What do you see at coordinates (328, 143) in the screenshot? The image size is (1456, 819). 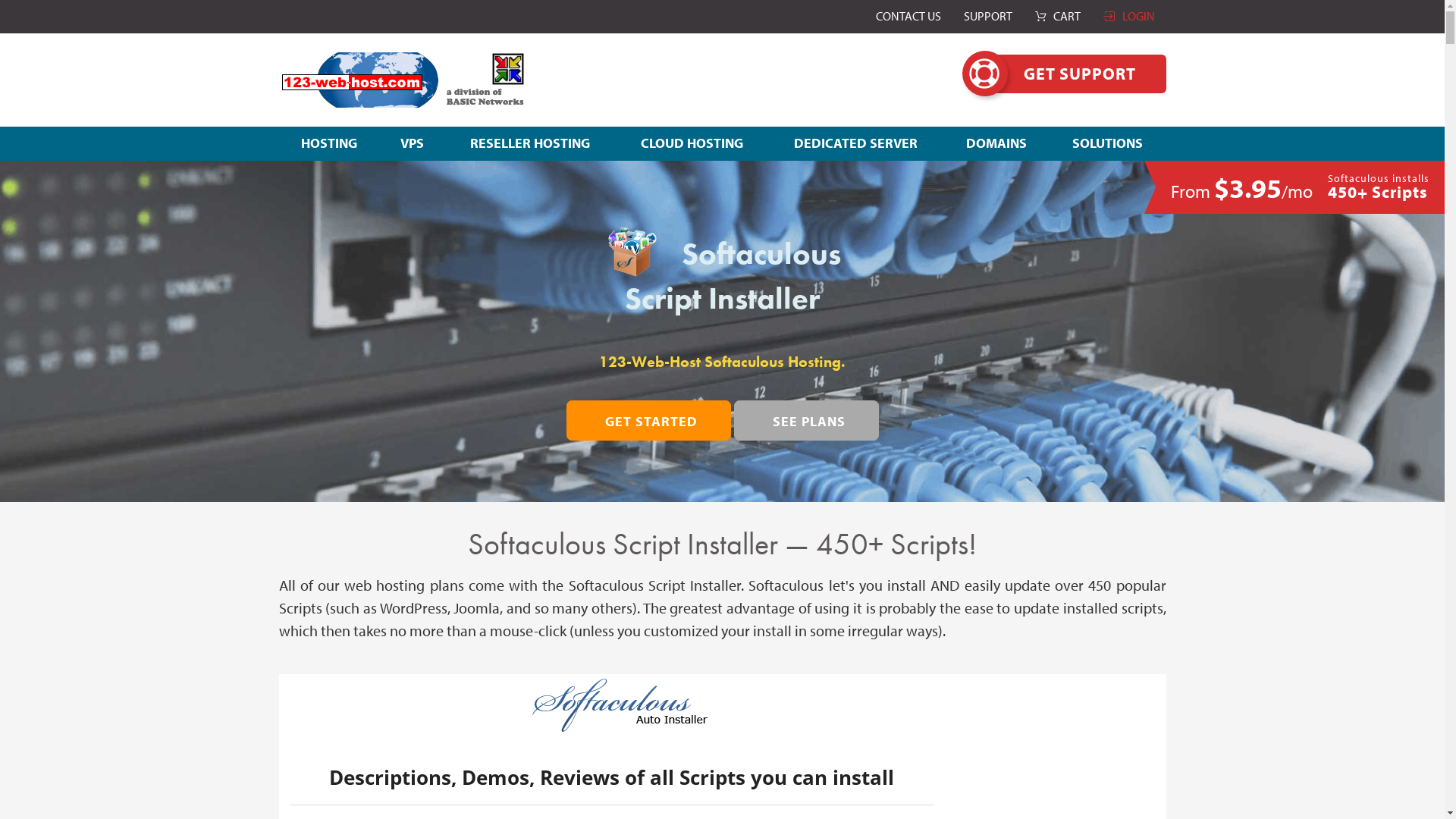 I see `'HOSTING'` at bounding box center [328, 143].